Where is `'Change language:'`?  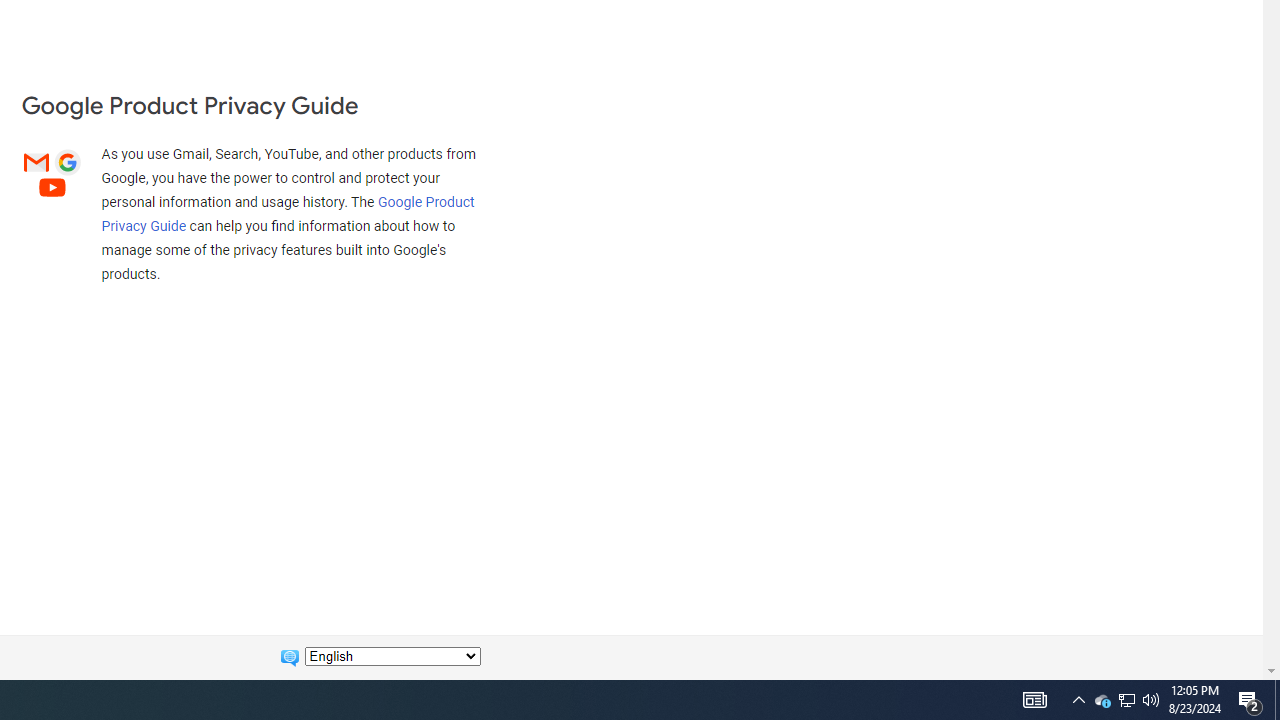
'Change language:' is located at coordinates (392, 656).